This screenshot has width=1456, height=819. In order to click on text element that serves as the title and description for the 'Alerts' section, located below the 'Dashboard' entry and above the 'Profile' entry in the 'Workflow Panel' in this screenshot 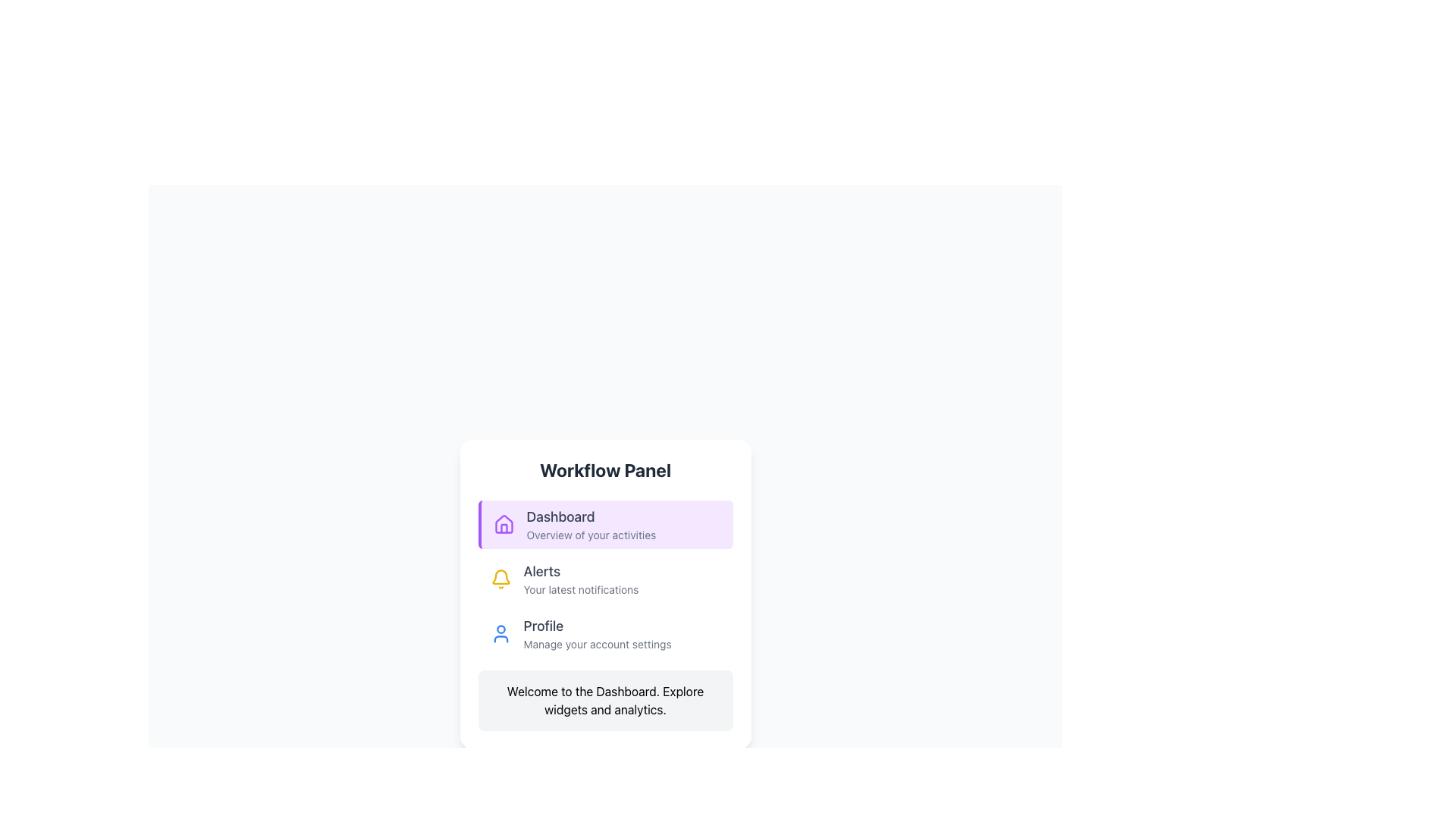, I will do `click(580, 579)`.